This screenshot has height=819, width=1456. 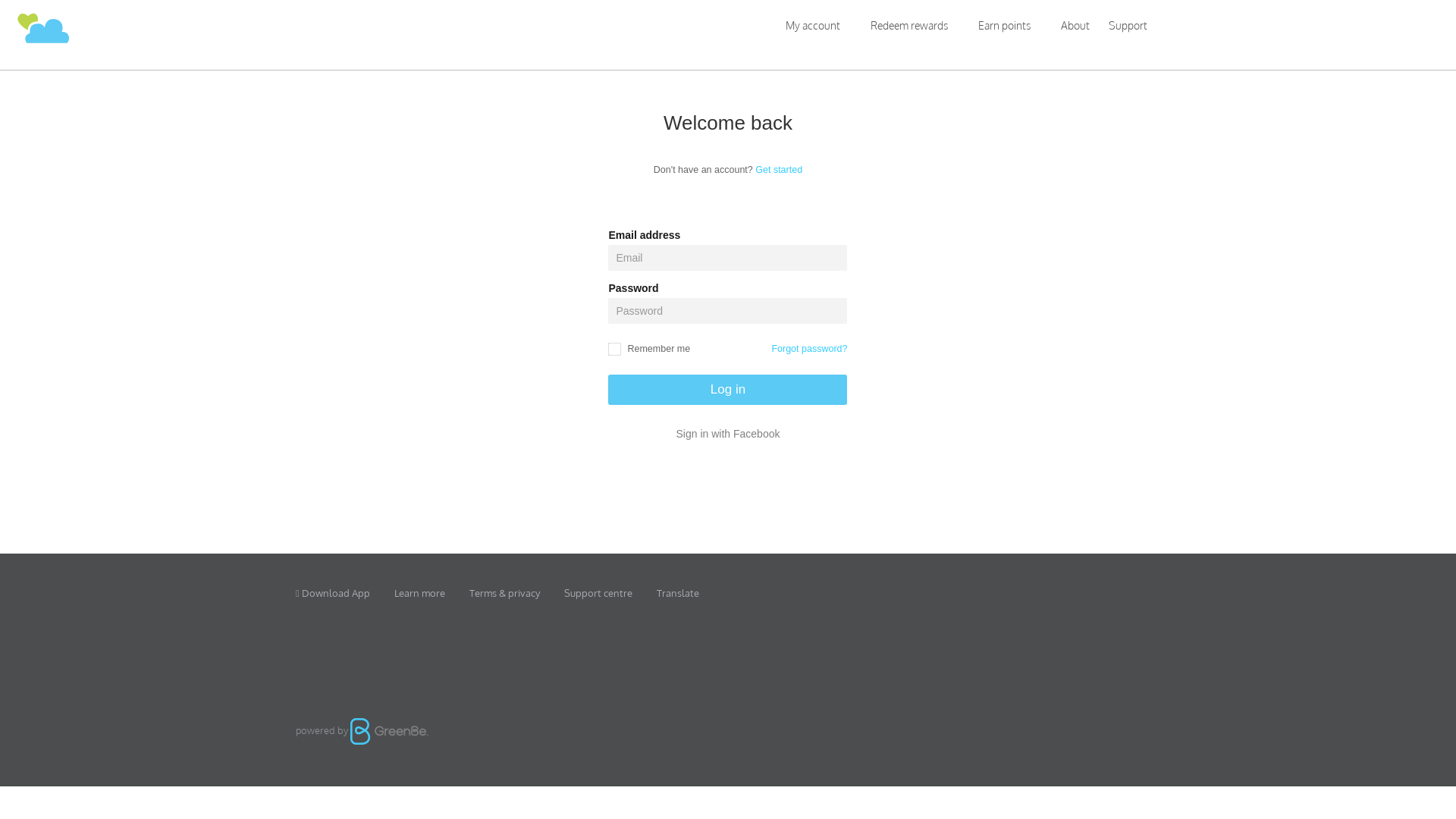 What do you see at coordinates (808, 349) in the screenshot?
I see `'Forgot password?'` at bounding box center [808, 349].